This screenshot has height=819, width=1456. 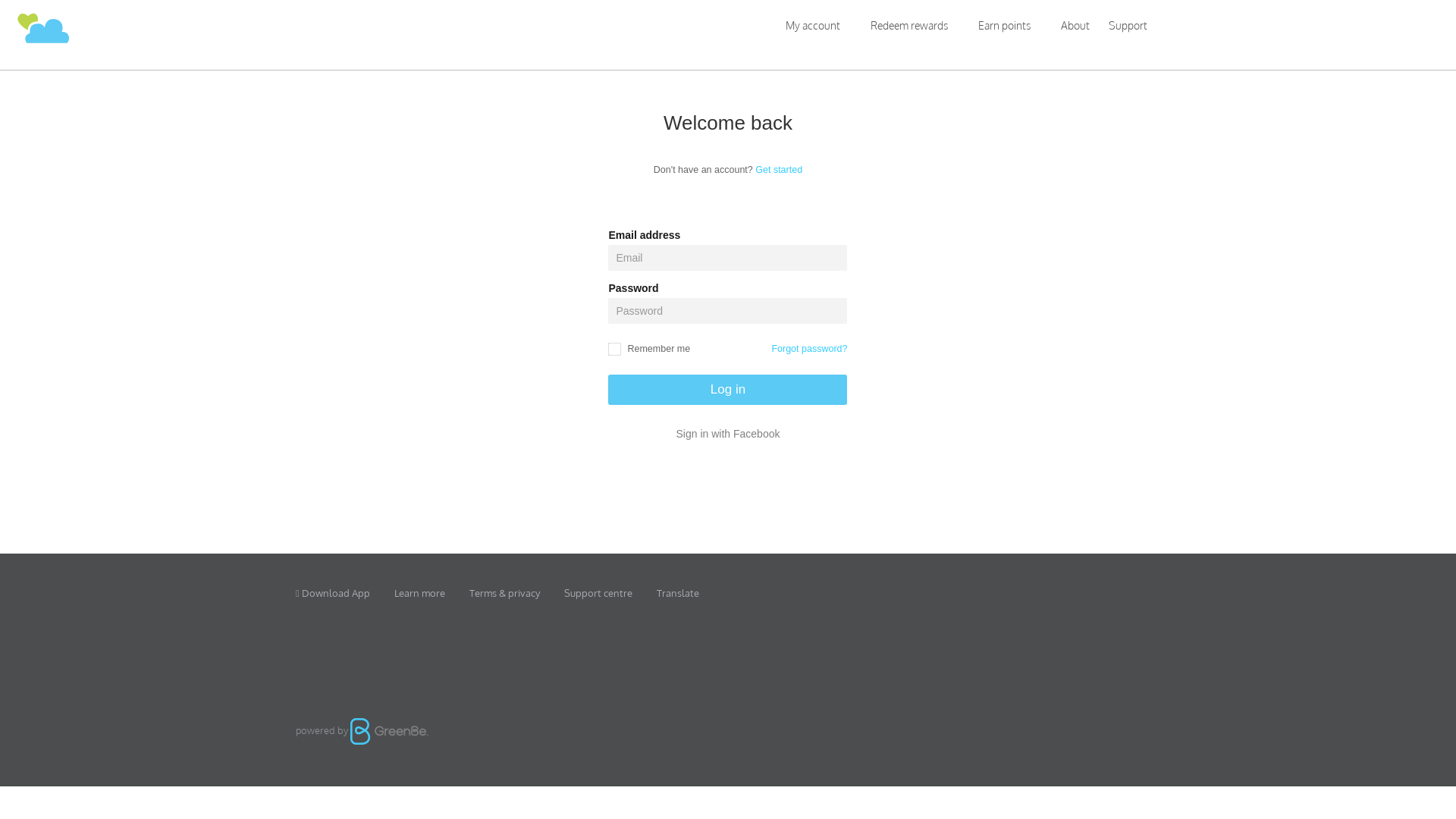 What do you see at coordinates (808, 349) in the screenshot?
I see `'Forgot password?'` at bounding box center [808, 349].